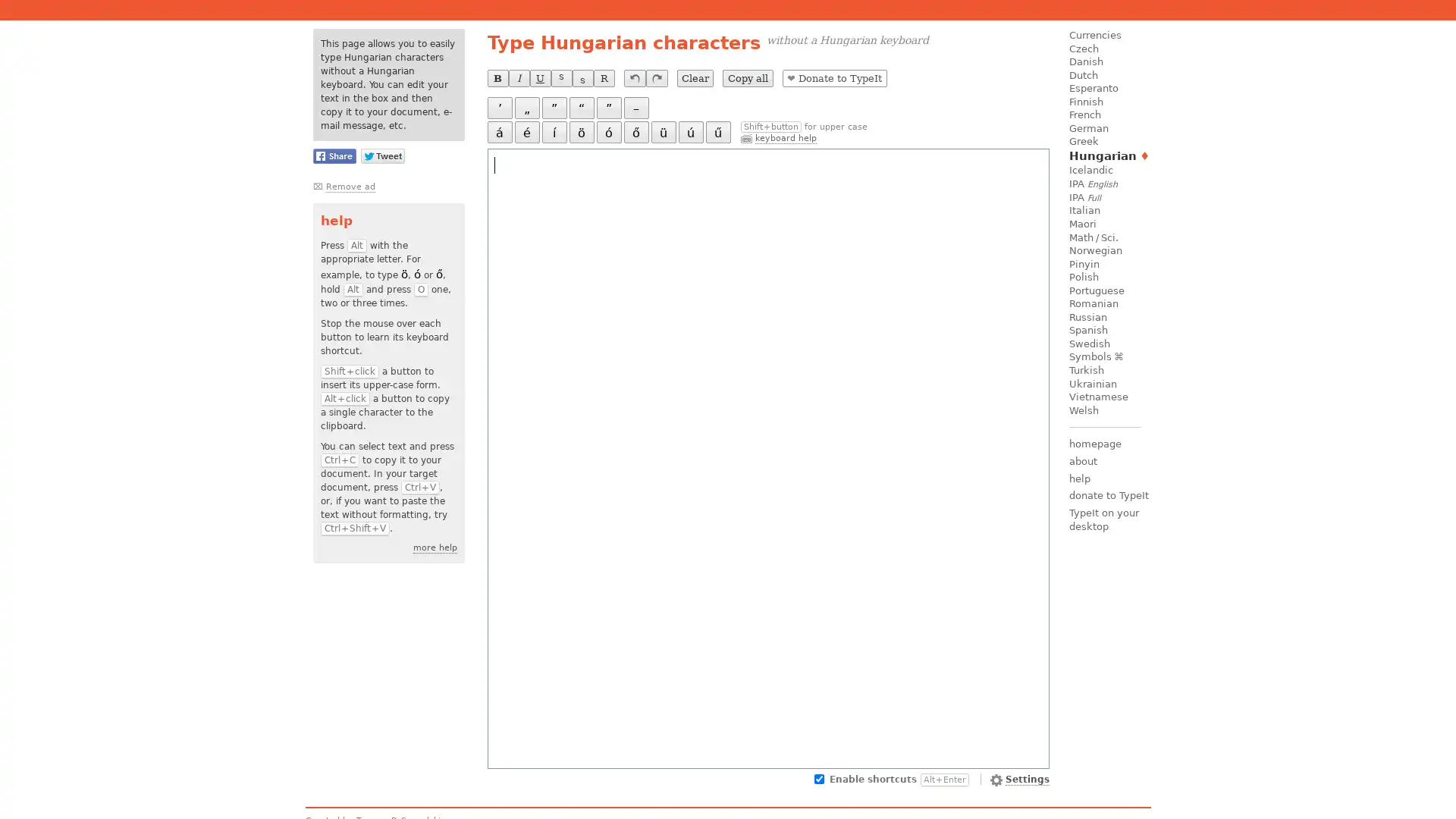 Image resolution: width=1456 pixels, height=819 pixels. I want to click on S, so click(582, 78).